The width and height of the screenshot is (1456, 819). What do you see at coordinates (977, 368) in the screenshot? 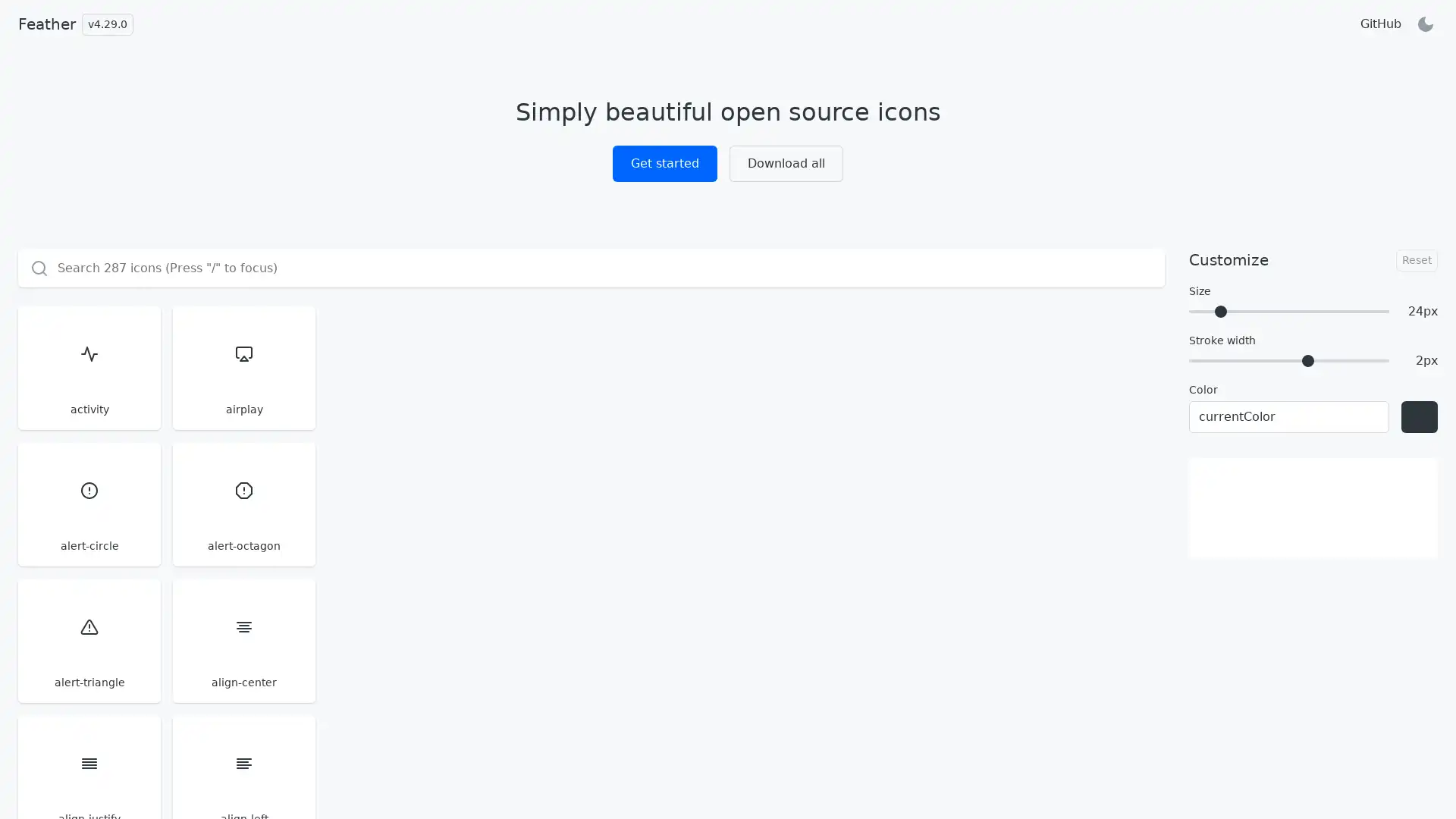
I see `align-left` at bounding box center [977, 368].